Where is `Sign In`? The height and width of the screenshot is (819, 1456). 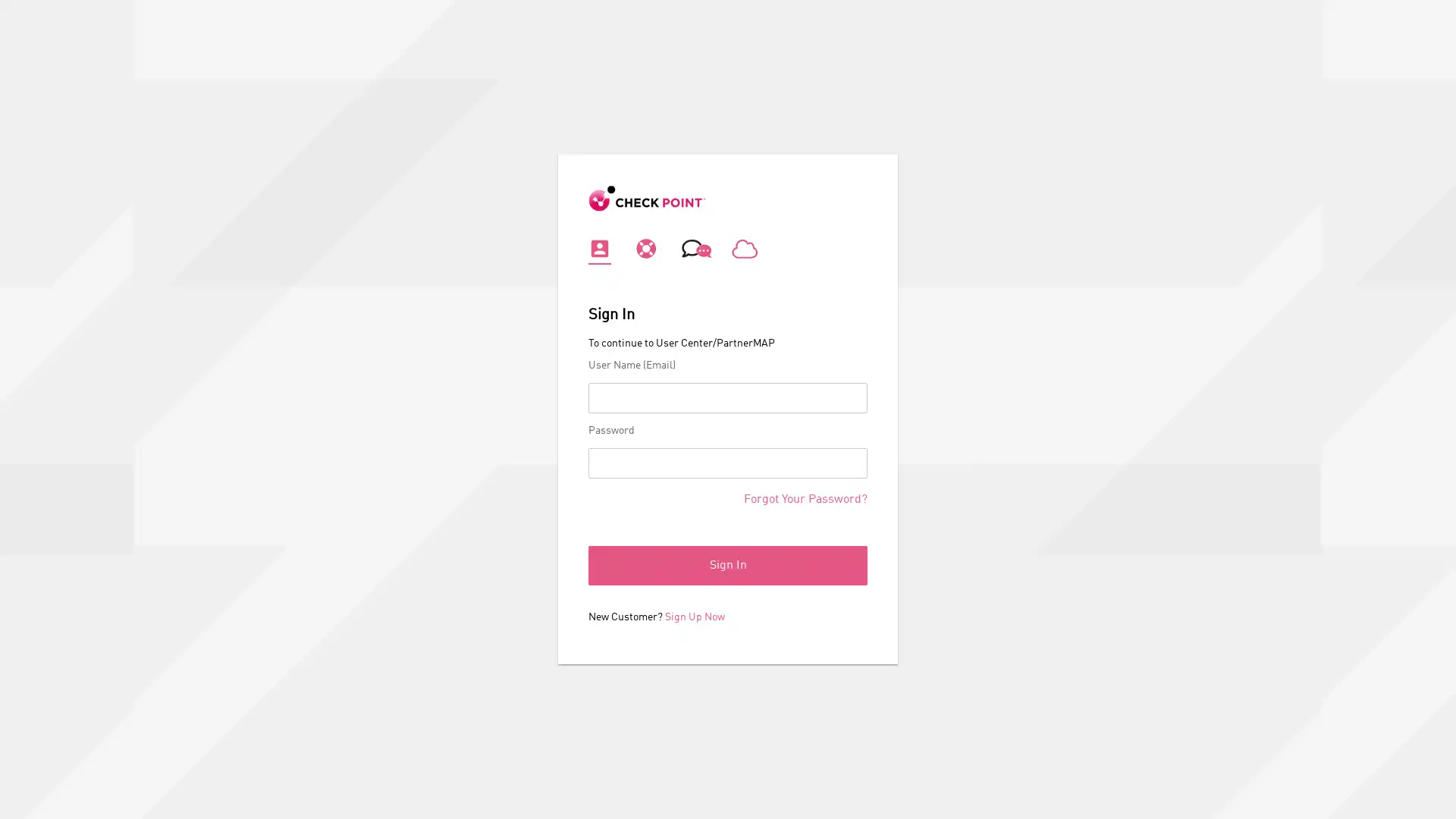 Sign In is located at coordinates (728, 564).